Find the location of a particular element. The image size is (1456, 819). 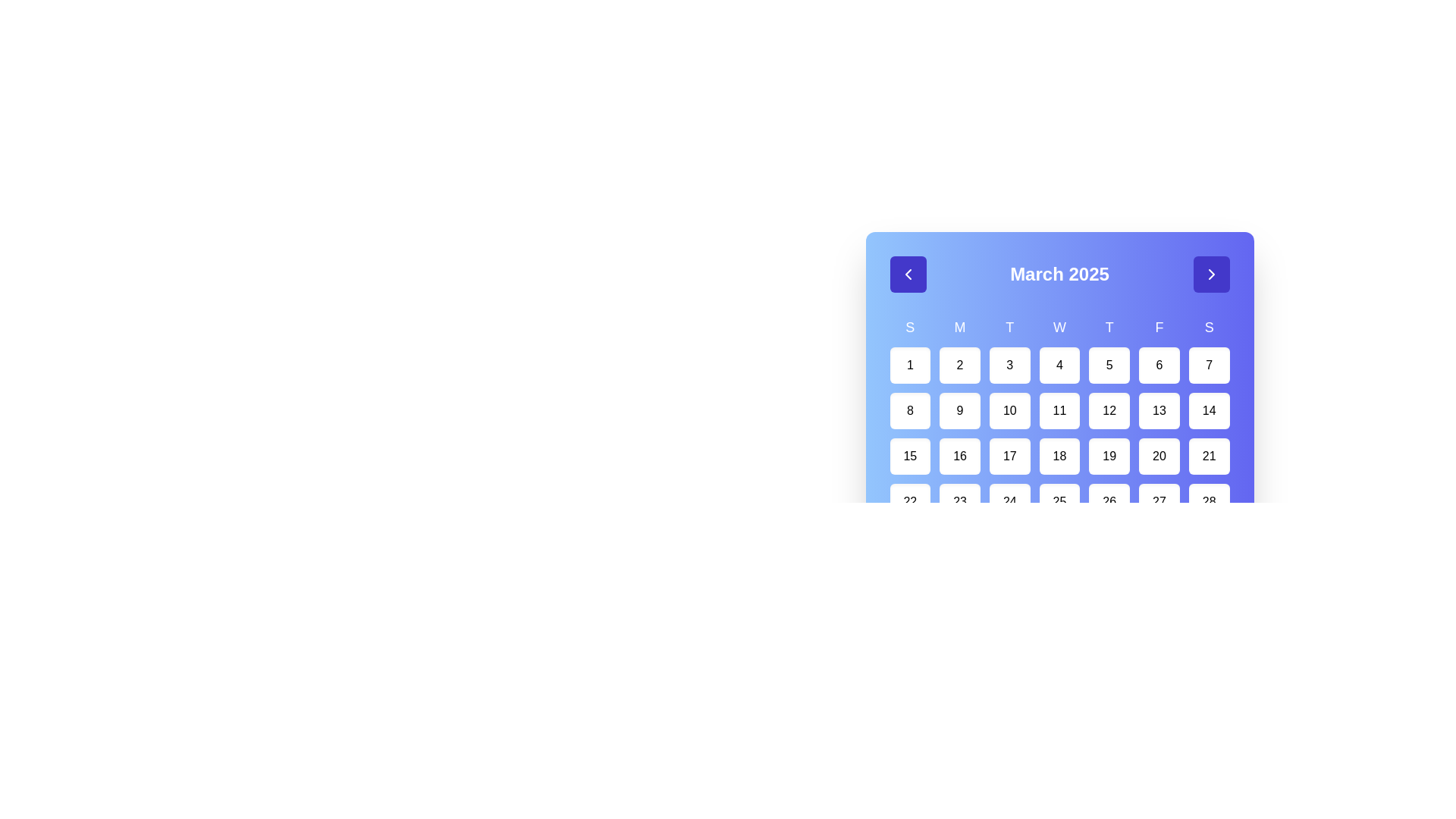

the clickable calendar date button representing the 17th day of the displayed month located in the third column of the third row under the 'T' column header is located at coordinates (1009, 455).